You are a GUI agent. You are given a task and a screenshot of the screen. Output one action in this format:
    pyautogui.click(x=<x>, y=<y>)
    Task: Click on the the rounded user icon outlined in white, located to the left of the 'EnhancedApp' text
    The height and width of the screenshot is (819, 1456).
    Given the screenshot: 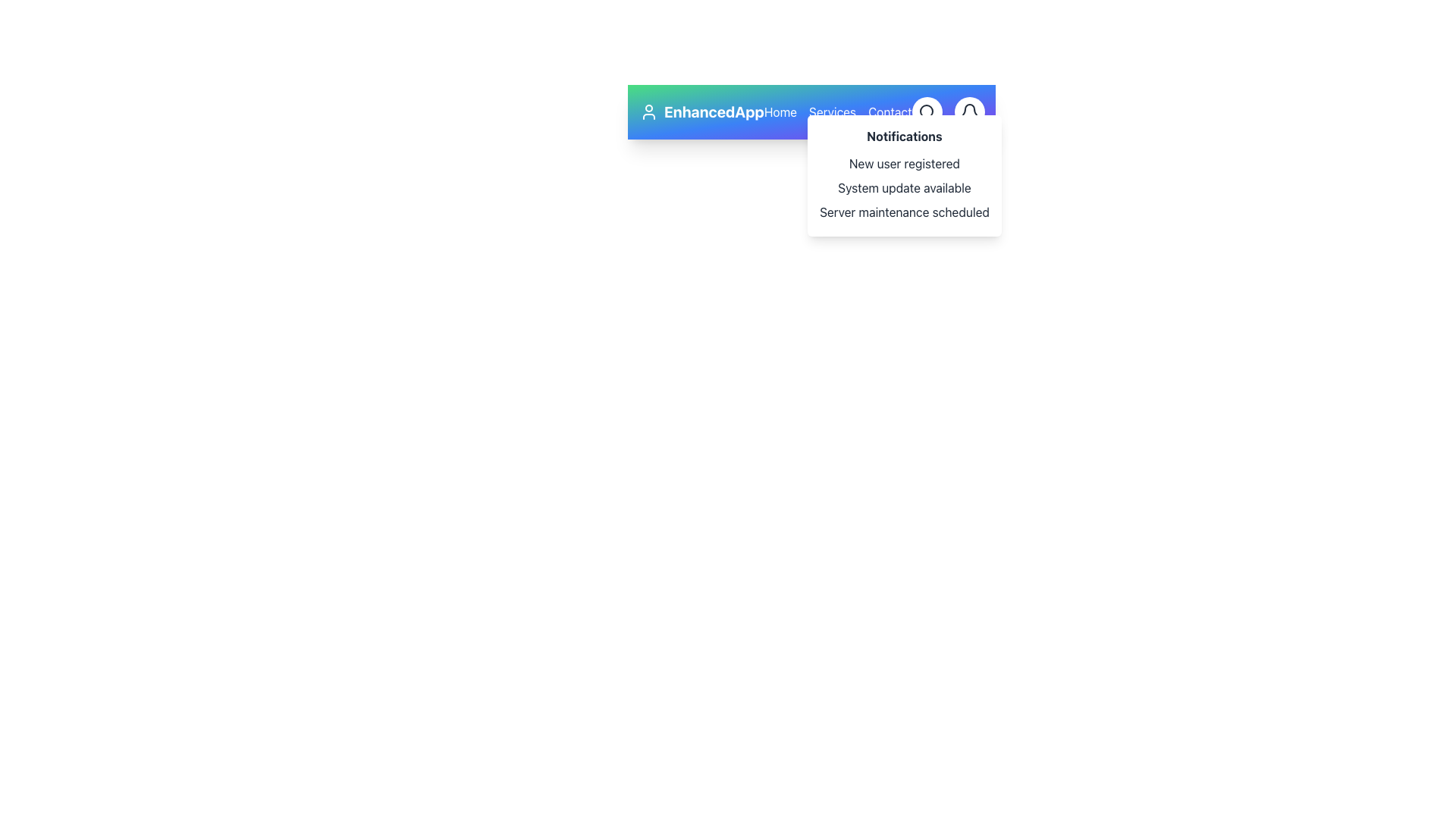 What is the action you would take?
    pyautogui.click(x=648, y=111)
    